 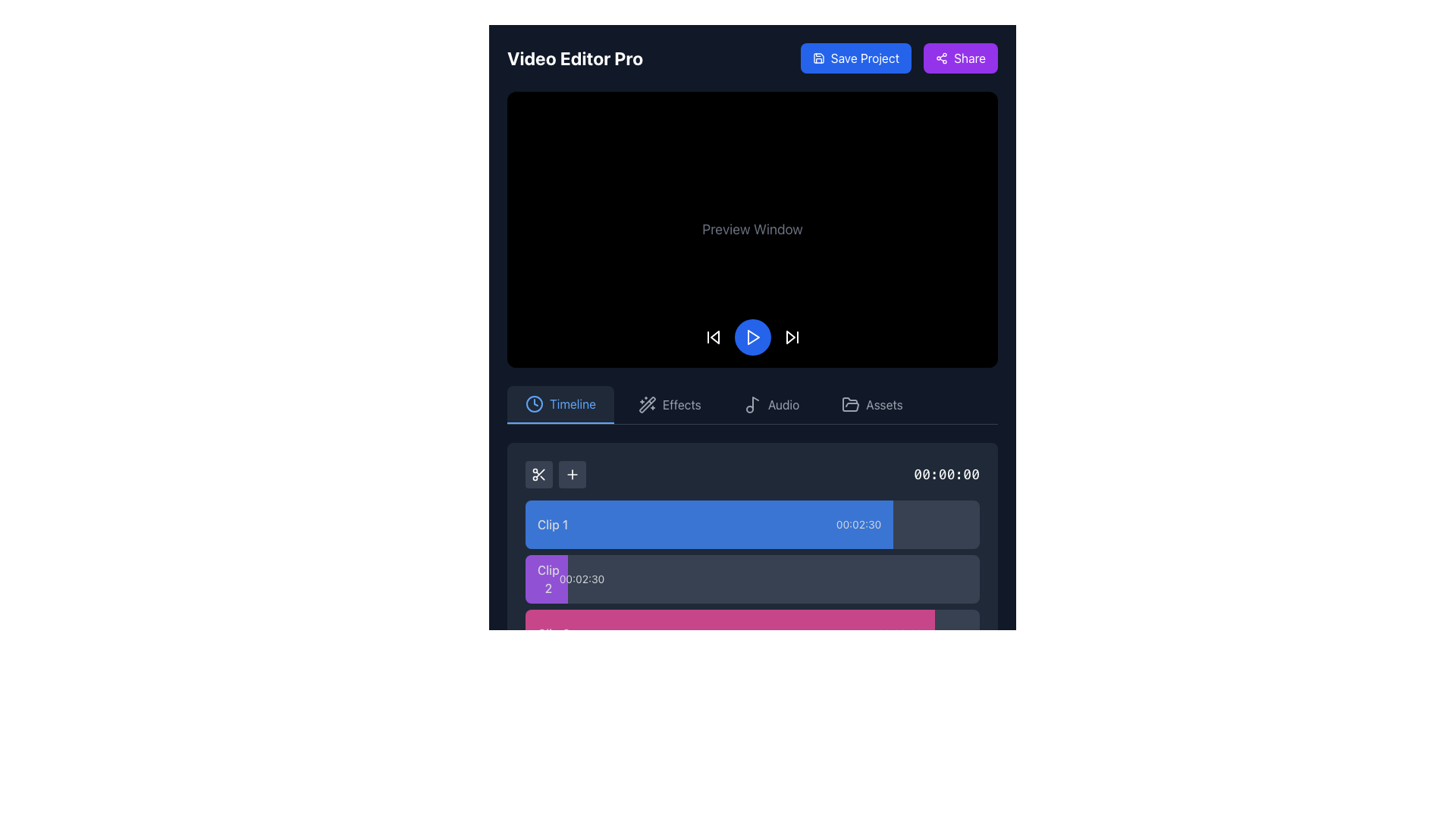 What do you see at coordinates (752, 404) in the screenshot?
I see `the 'Audio' tab in the Navigation bar to manage audio elements` at bounding box center [752, 404].